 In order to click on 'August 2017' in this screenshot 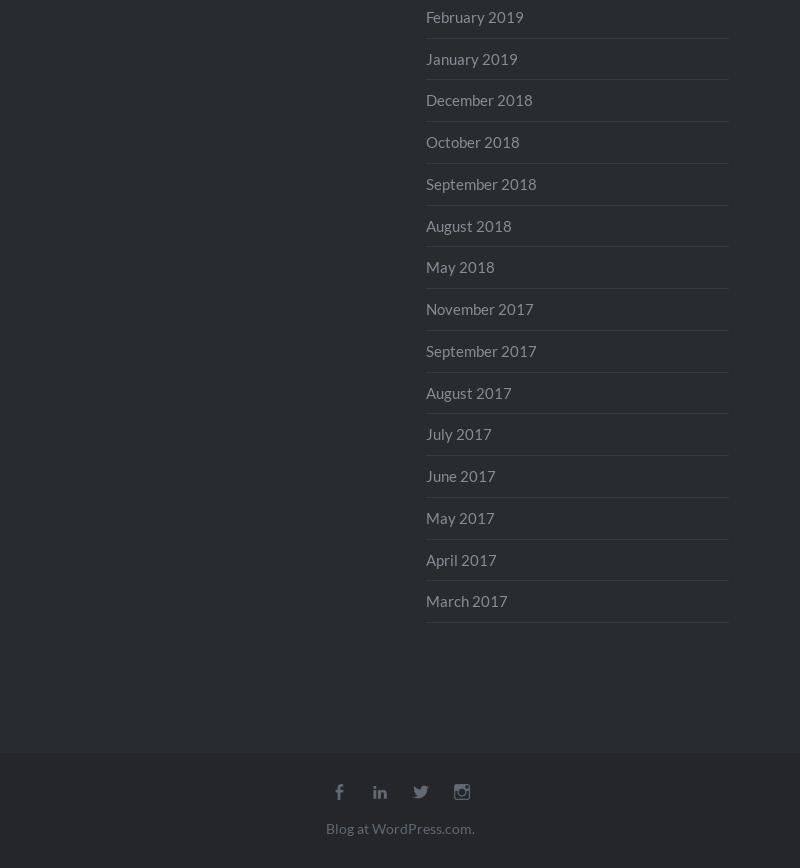, I will do `click(468, 391)`.